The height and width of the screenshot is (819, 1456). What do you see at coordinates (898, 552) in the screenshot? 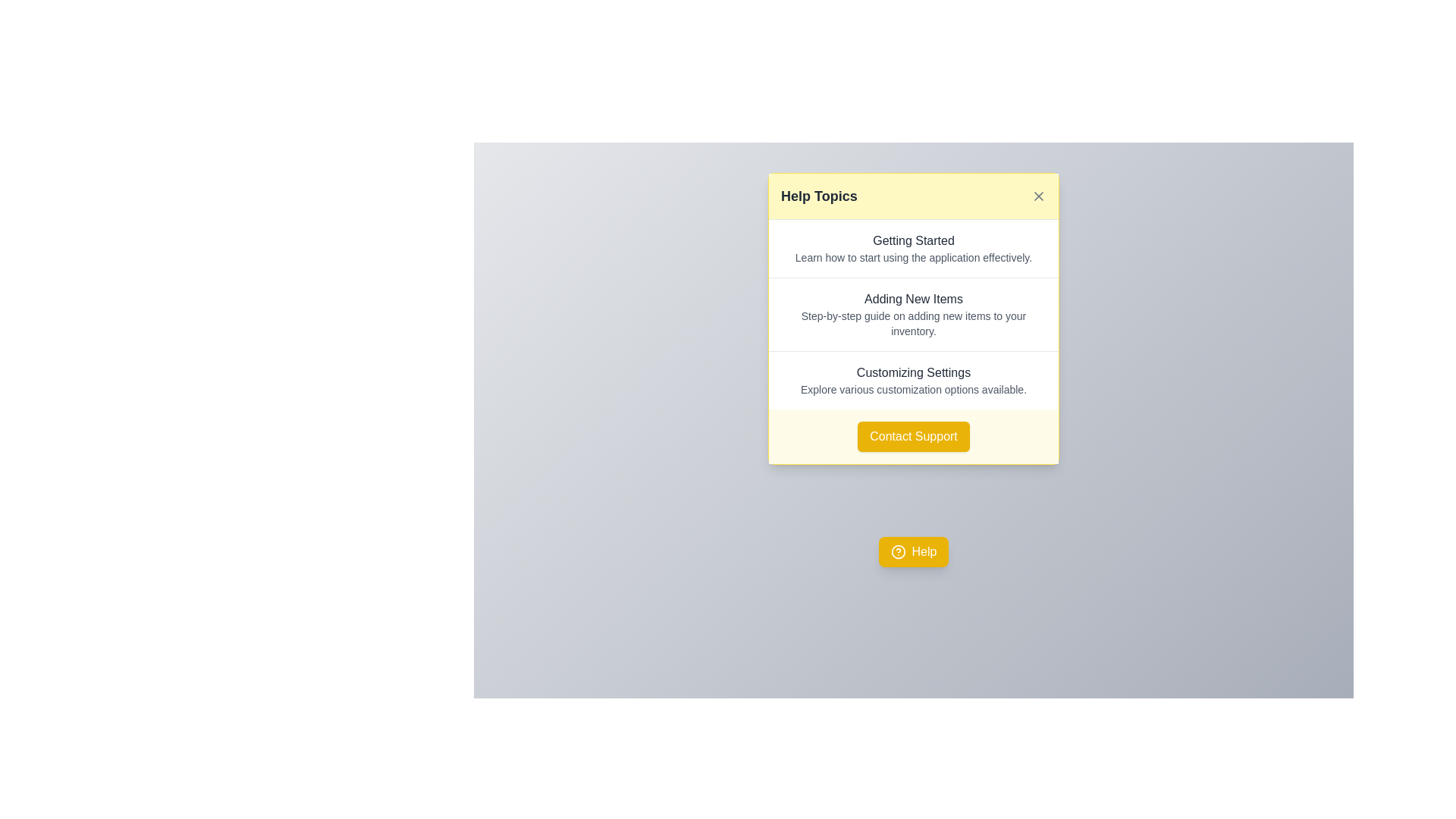
I see `the circle icon with a question mark inside, located` at bounding box center [898, 552].